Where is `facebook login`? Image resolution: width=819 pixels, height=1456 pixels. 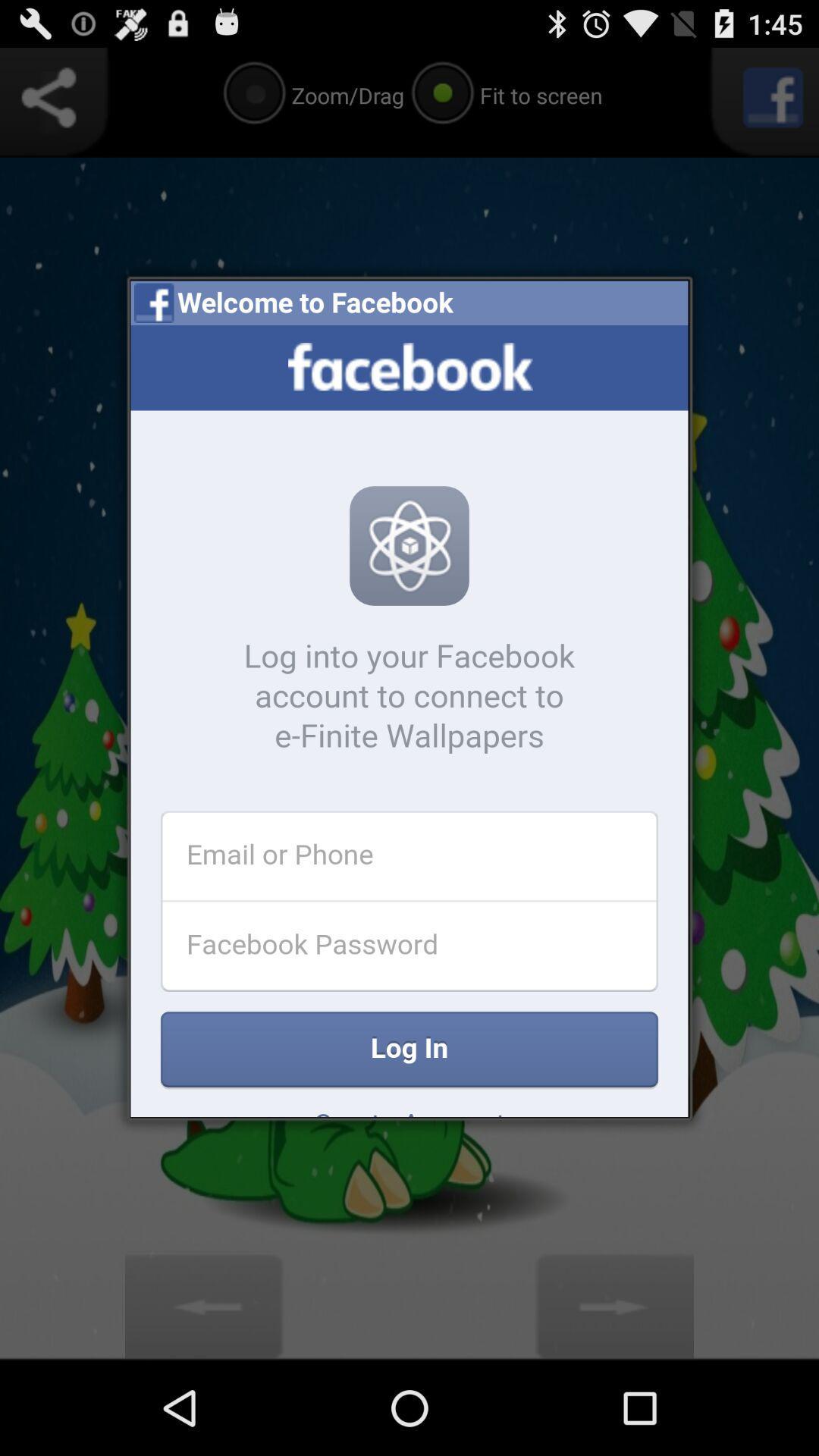 facebook login is located at coordinates (409, 720).